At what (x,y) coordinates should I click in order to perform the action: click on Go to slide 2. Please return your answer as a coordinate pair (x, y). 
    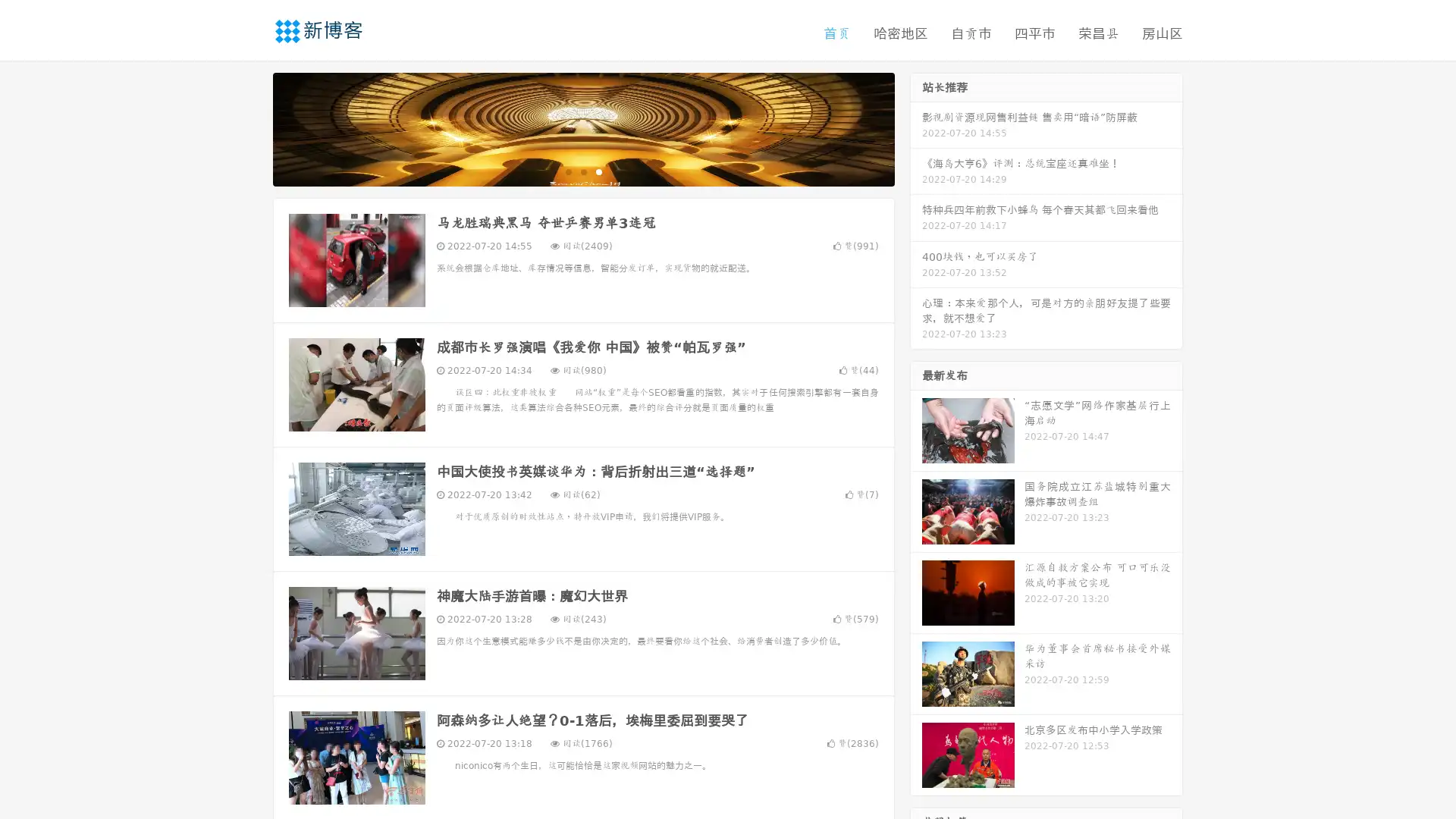
    Looking at the image, I should click on (582, 171).